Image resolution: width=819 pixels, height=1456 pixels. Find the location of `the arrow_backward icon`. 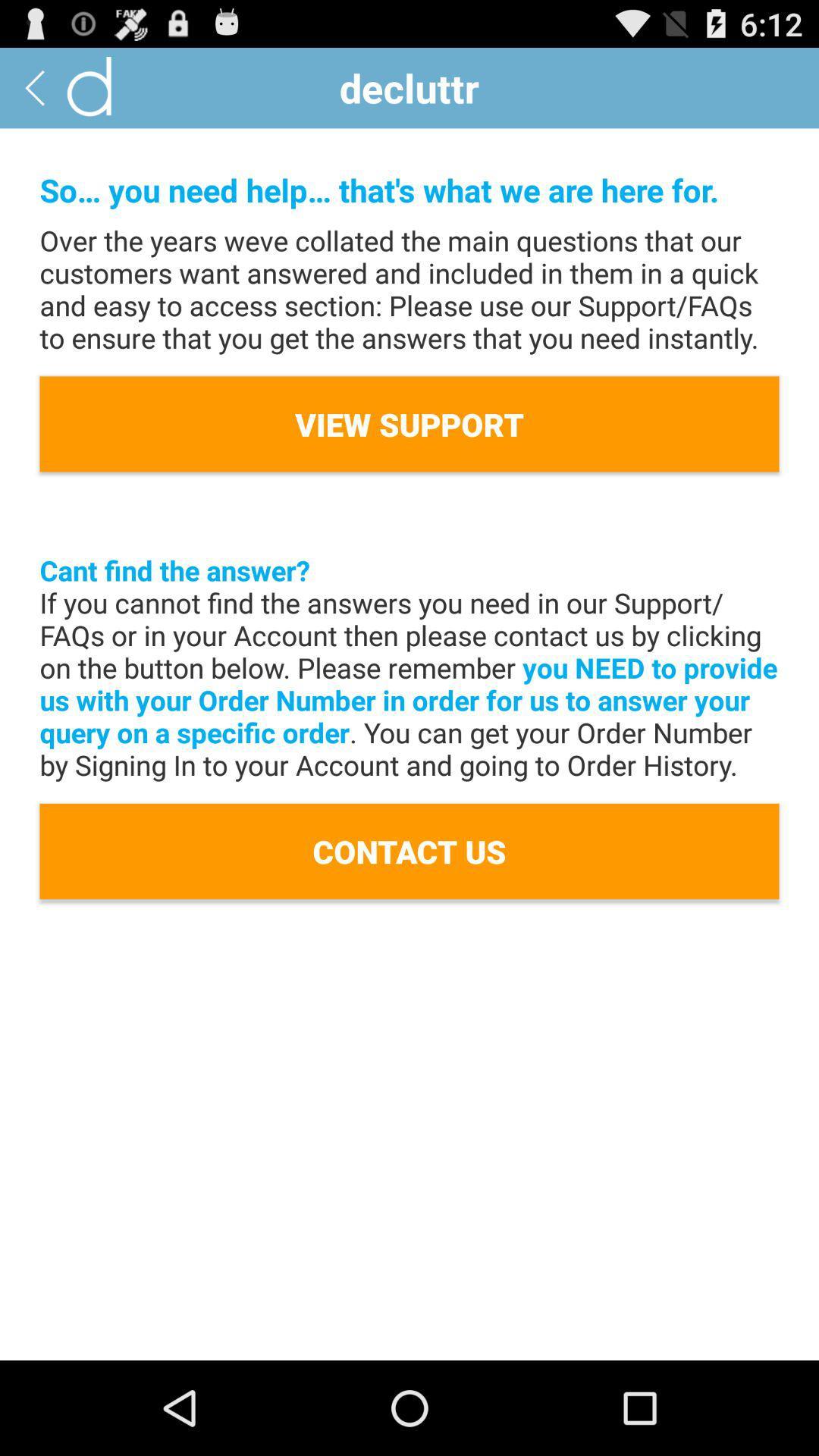

the arrow_backward icon is located at coordinates (34, 93).